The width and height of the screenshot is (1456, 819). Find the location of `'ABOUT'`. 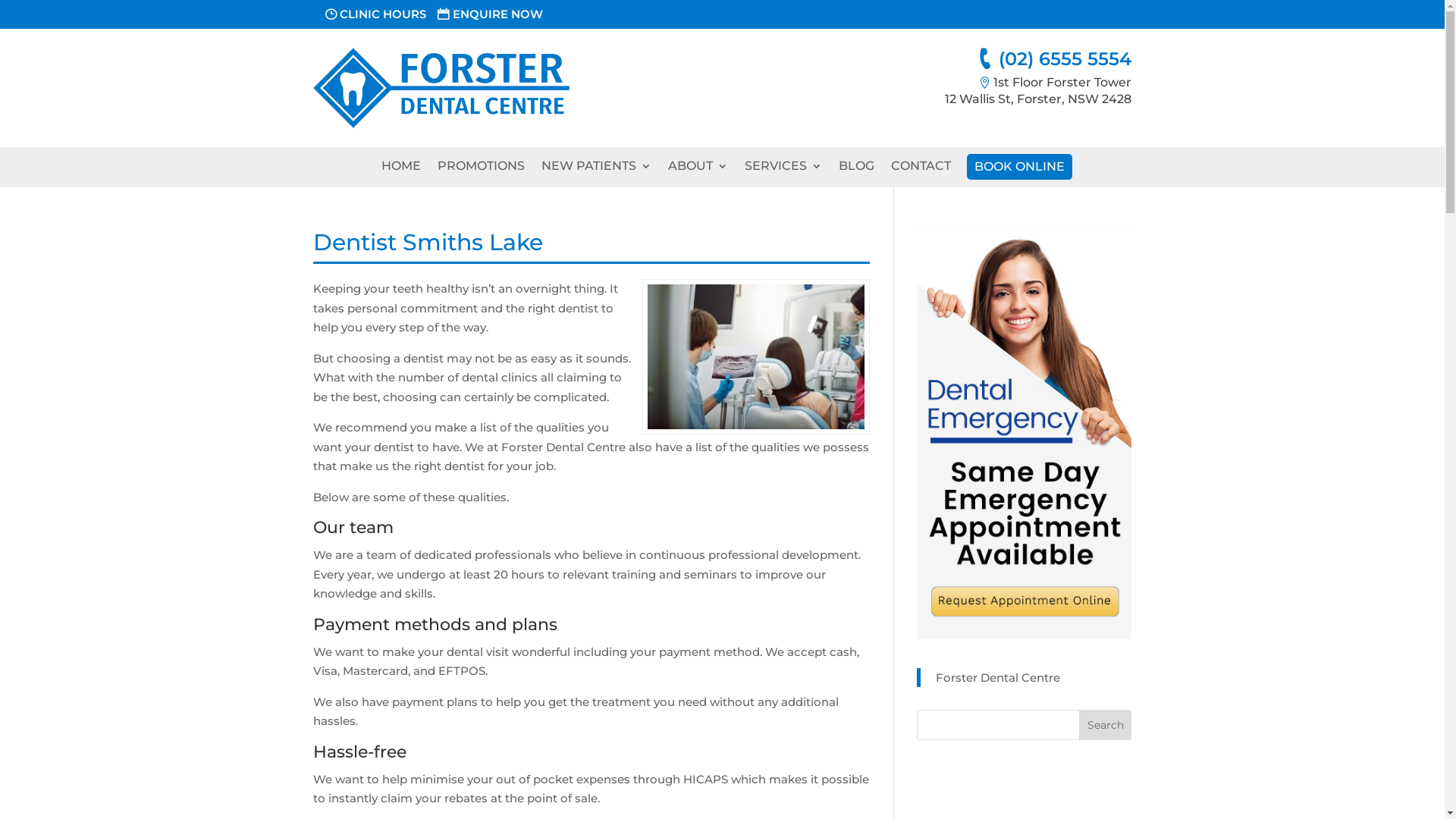

'ABOUT' is located at coordinates (696, 170).